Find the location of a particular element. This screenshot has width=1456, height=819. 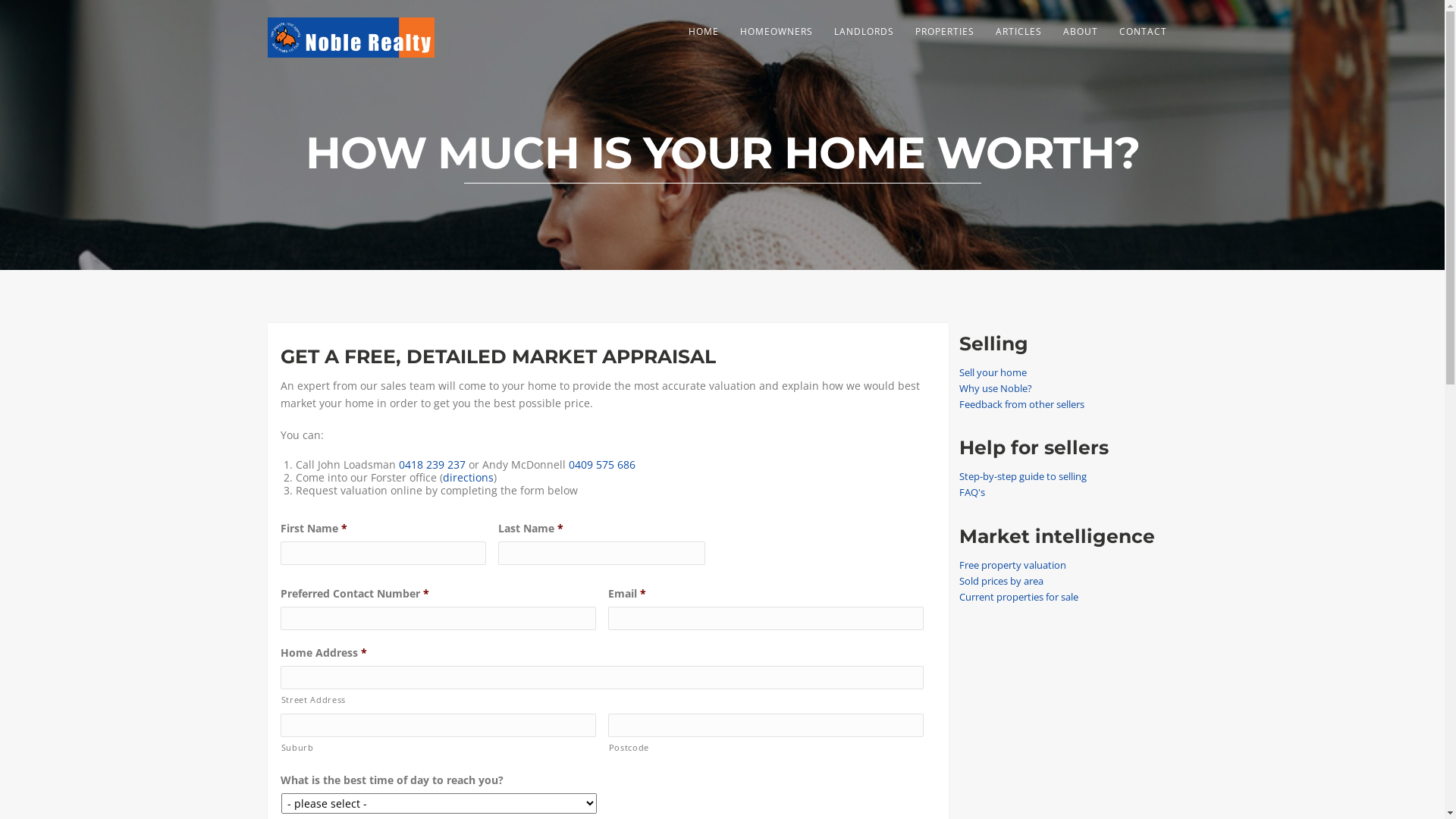

'HOME' is located at coordinates (702, 32).